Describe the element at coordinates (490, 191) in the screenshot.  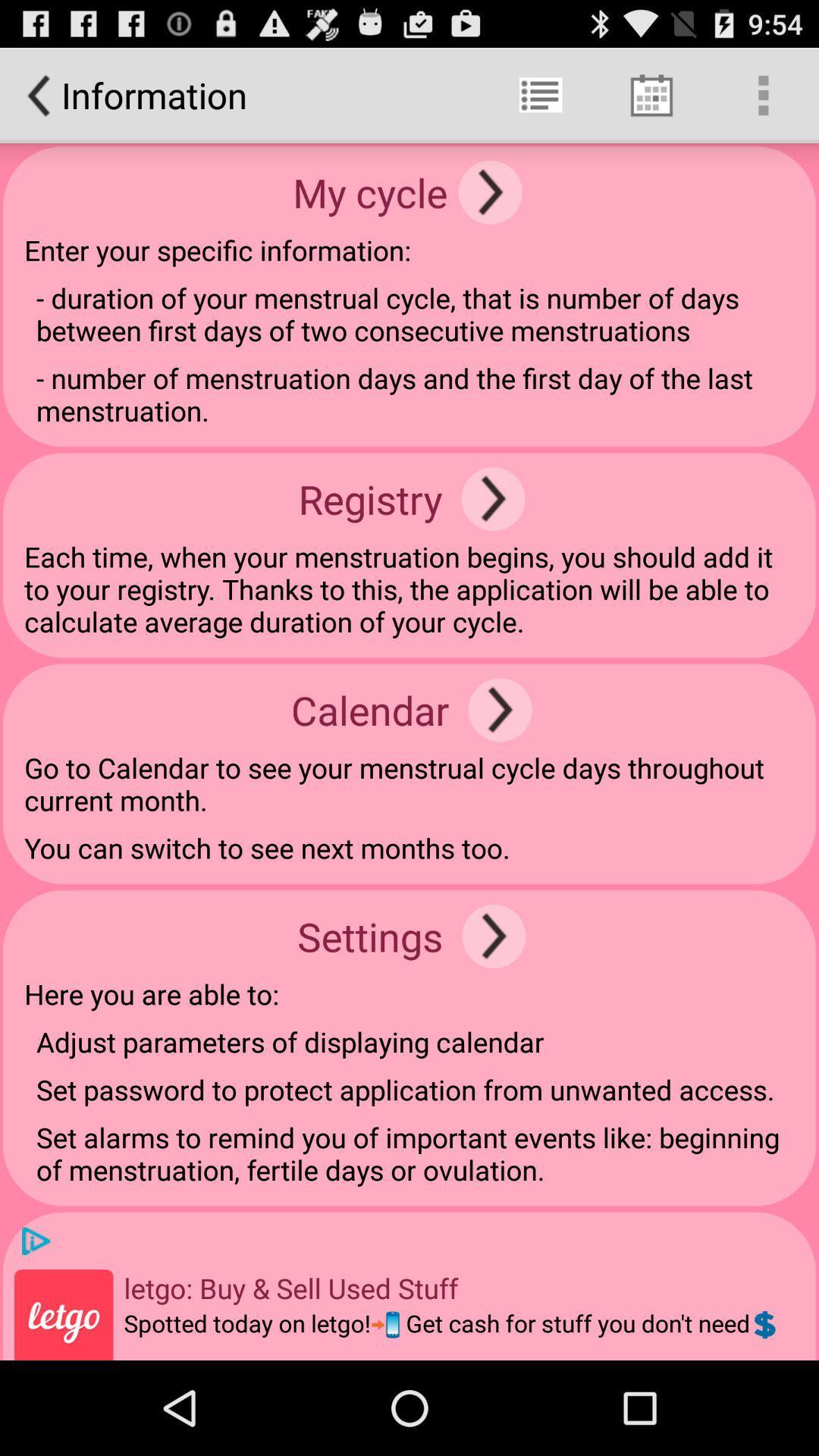
I see `next page` at that location.